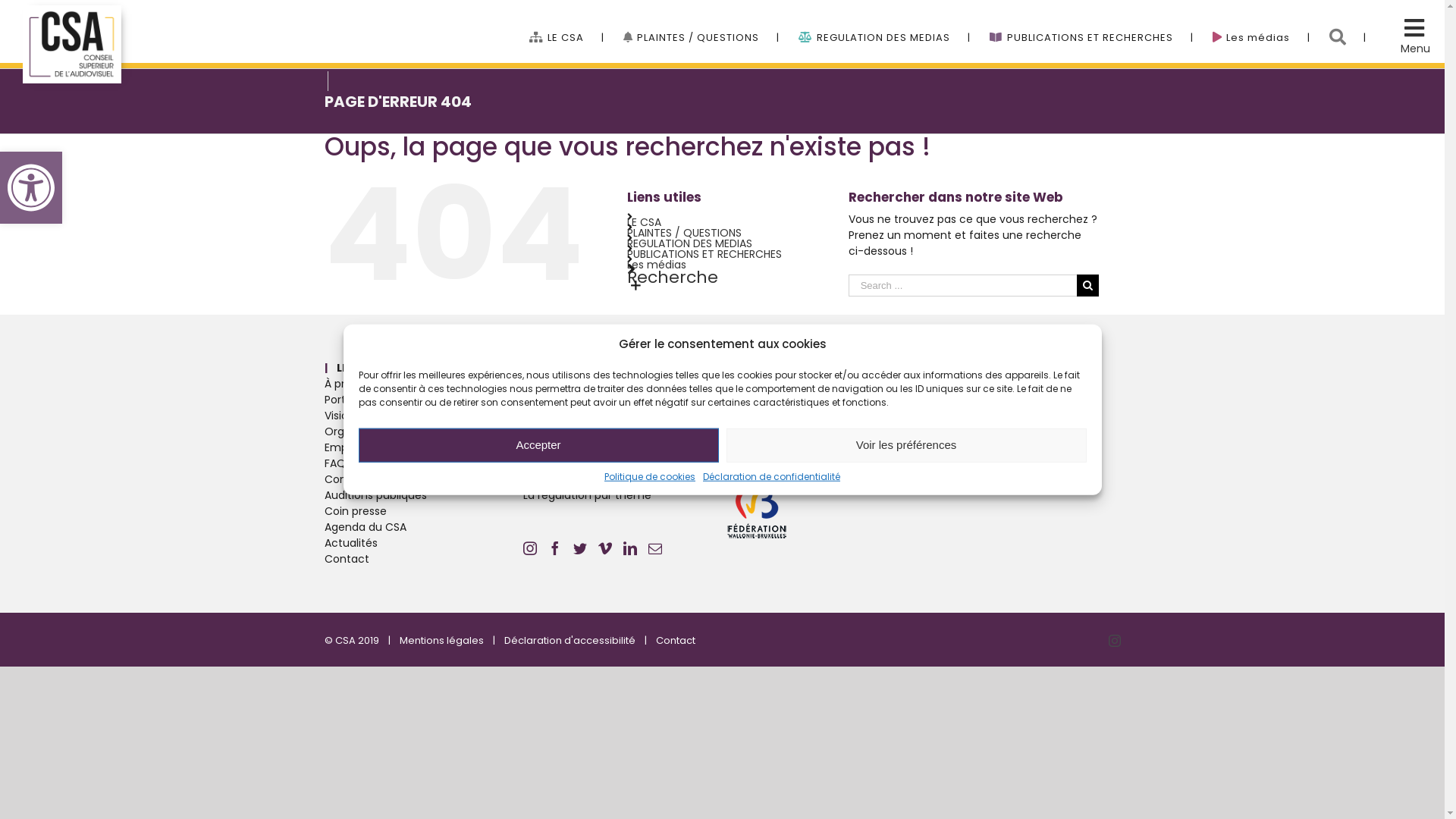  What do you see at coordinates (626, 277) in the screenshot?
I see `'Recherche'` at bounding box center [626, 277].